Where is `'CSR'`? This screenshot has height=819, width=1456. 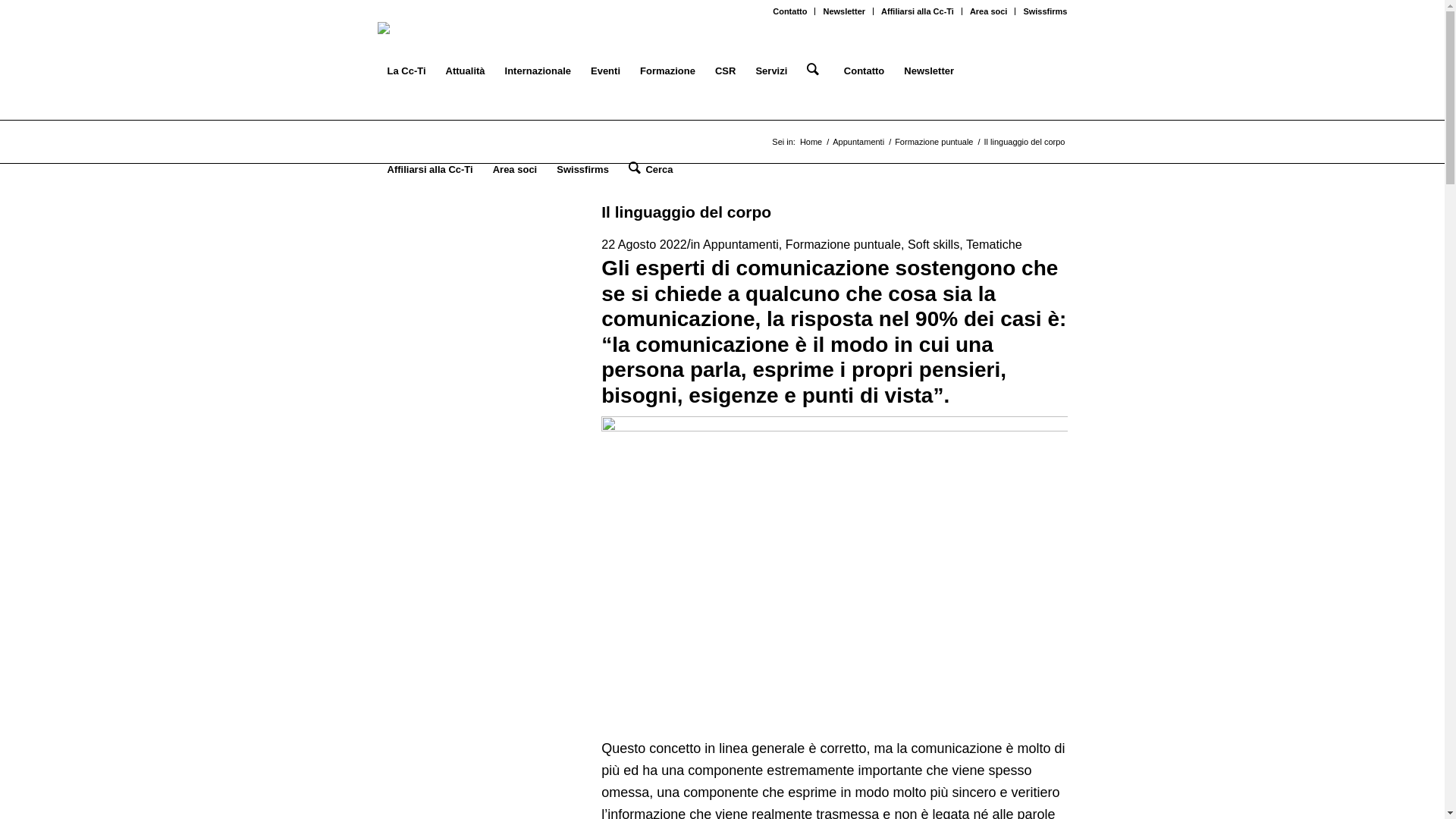 'CSR' is located at coordinates (724, 71).